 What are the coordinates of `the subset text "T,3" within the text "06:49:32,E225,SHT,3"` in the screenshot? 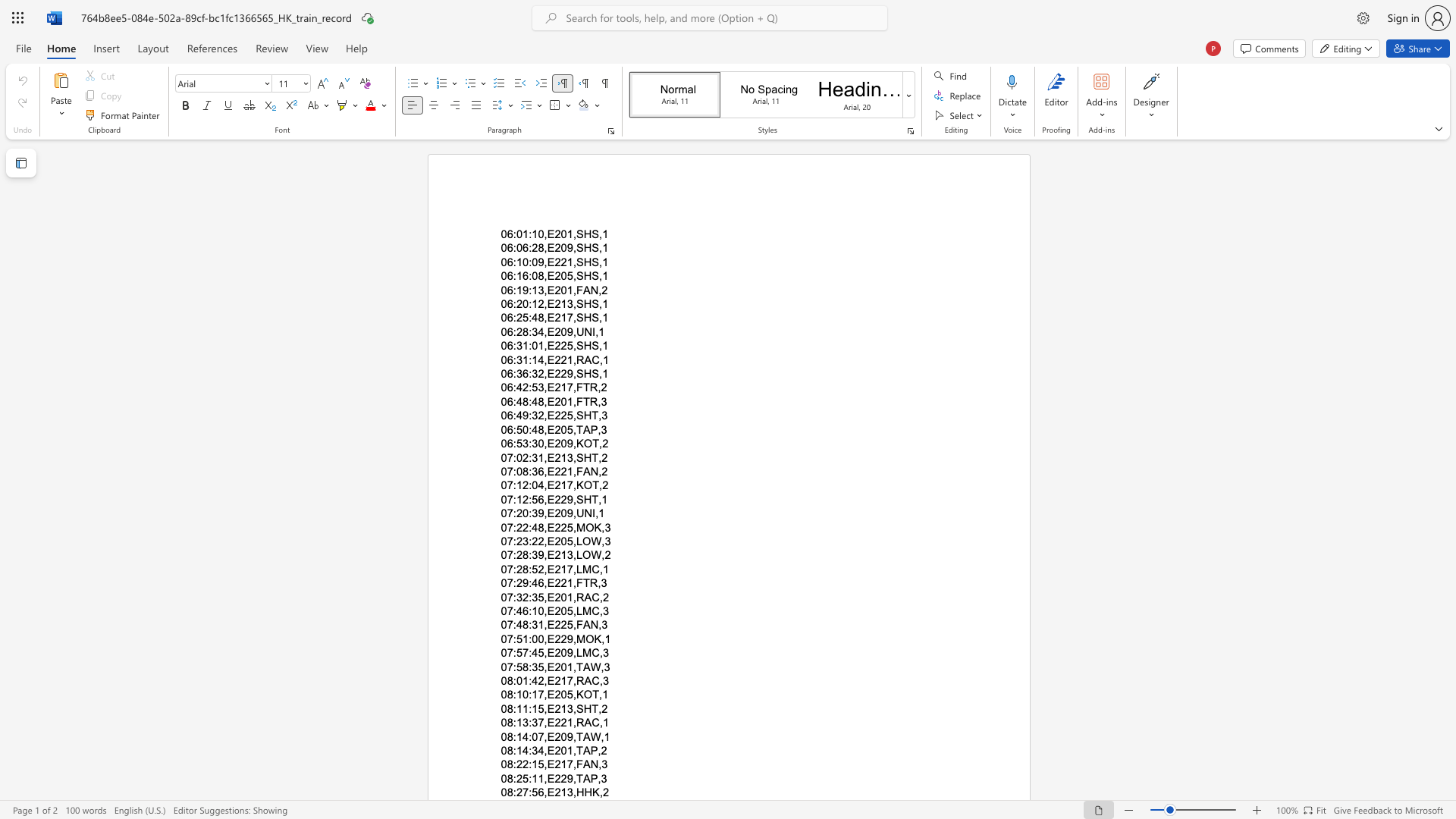 It's located at (591, 416).